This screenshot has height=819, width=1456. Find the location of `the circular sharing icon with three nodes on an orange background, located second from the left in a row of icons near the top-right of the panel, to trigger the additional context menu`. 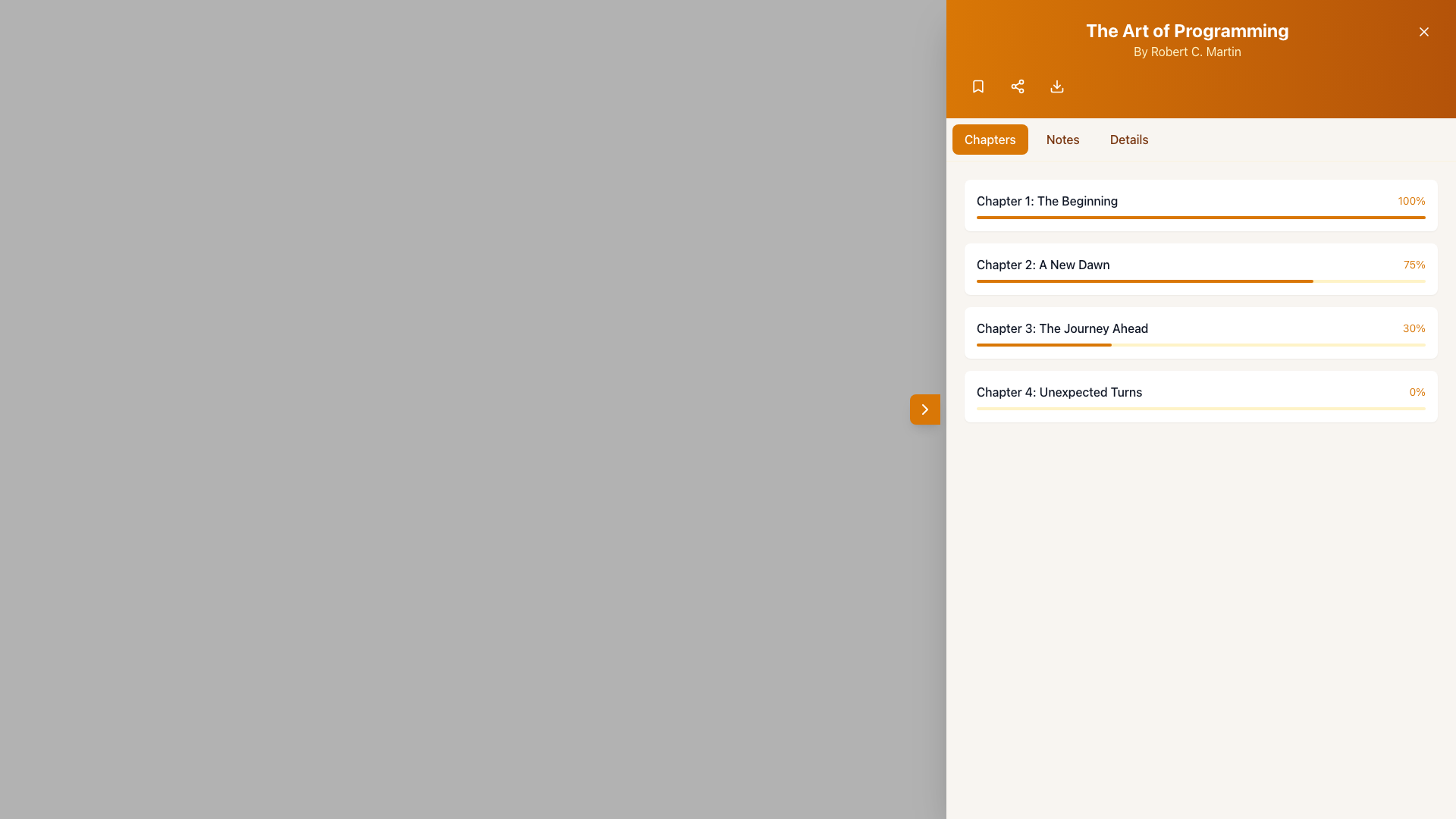

the circular sharing icon with three nodes on an orange background, located second from the left in a row of icons near the top-right of the panel, to trigger the additional context menu is located at coordinates (1018, 86).